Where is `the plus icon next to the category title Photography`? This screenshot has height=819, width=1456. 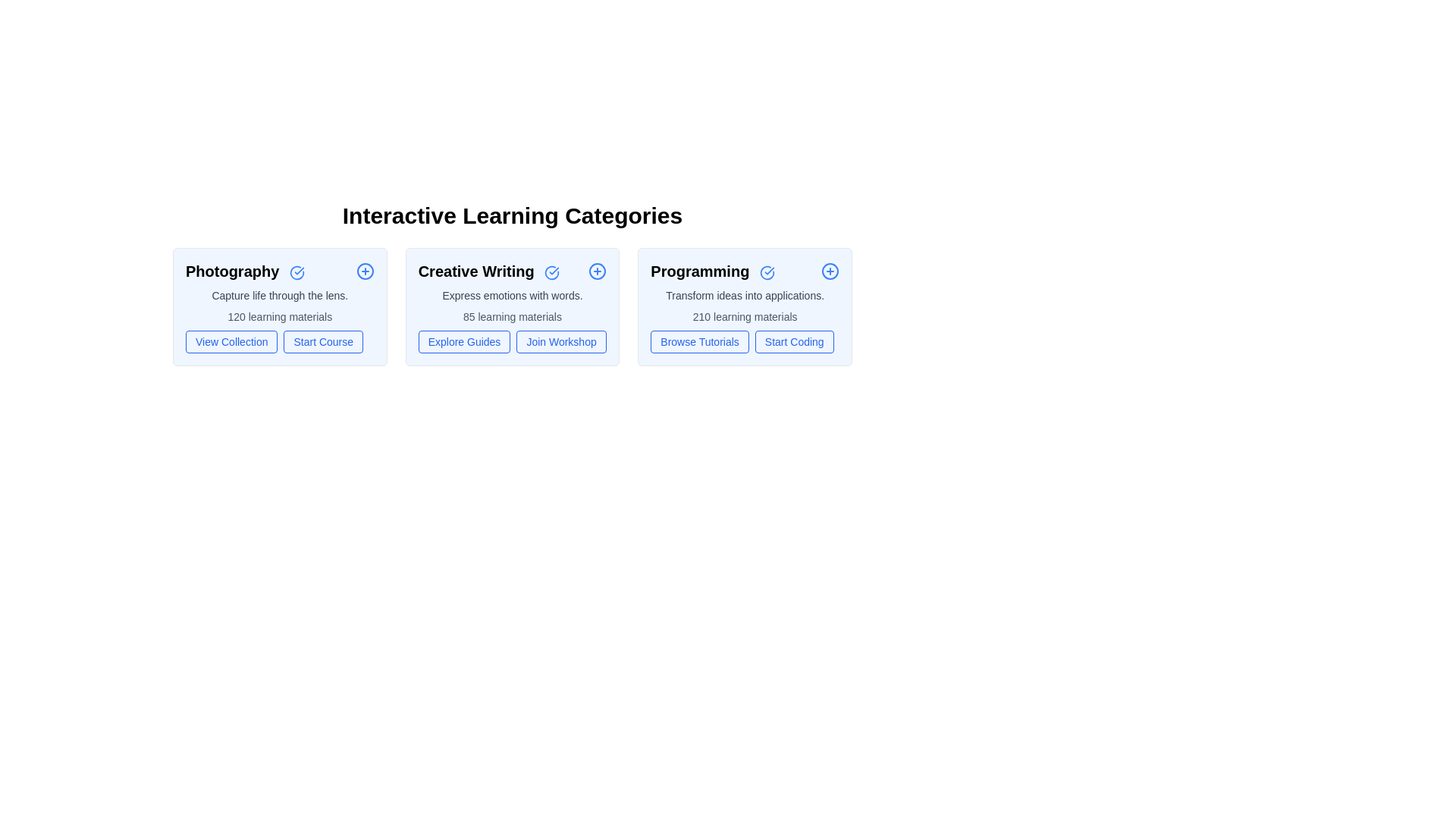 the plus icon next to the category title Photography is located at coordinates (365, 271).